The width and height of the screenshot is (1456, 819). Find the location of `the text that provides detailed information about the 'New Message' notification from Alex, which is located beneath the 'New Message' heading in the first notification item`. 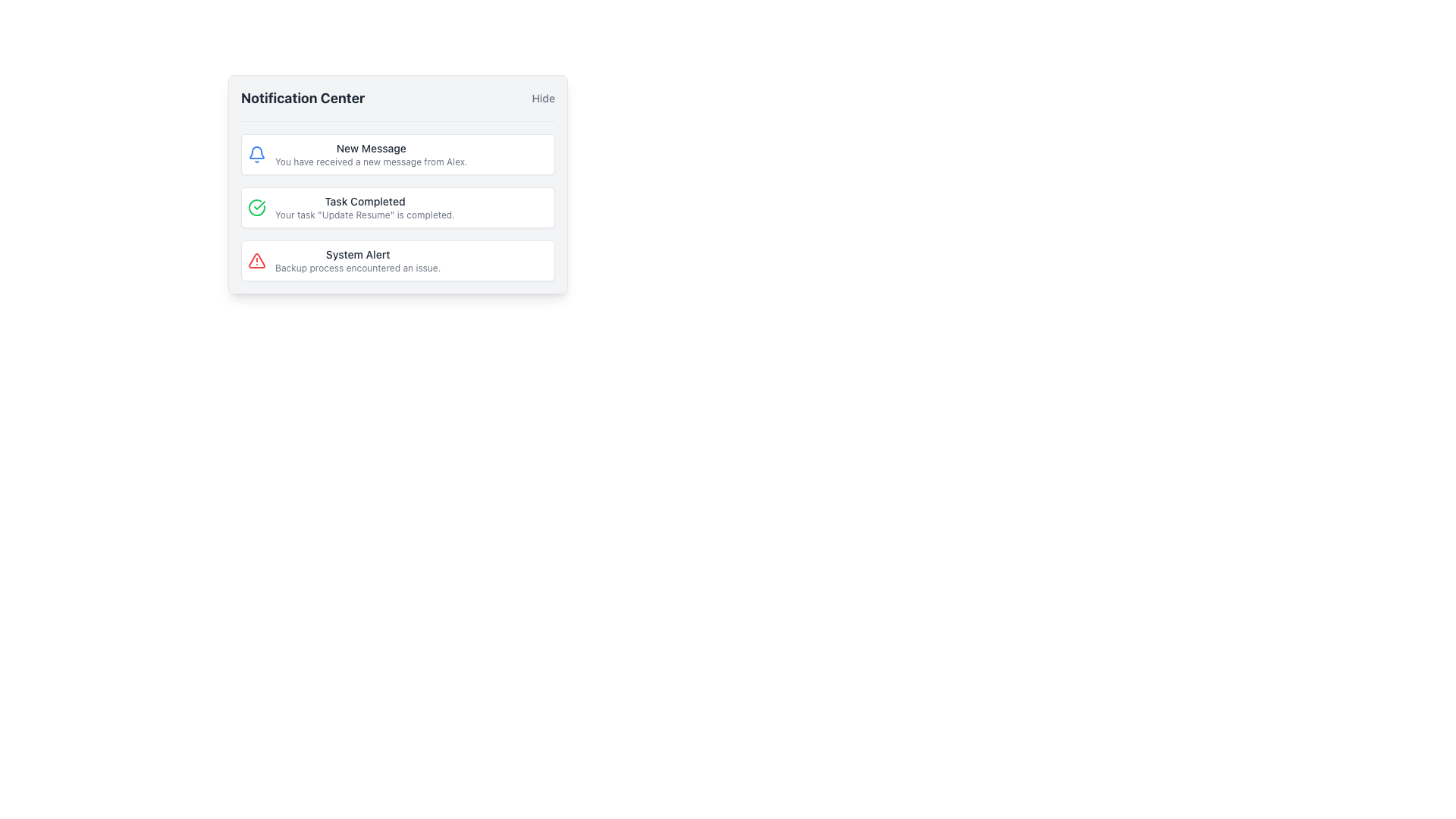

the text that provides detailed information about the 'New Message' notification from Alex, which is located beneath the 'New Message' heading in the first notification item is located at coordinates (371, 162).